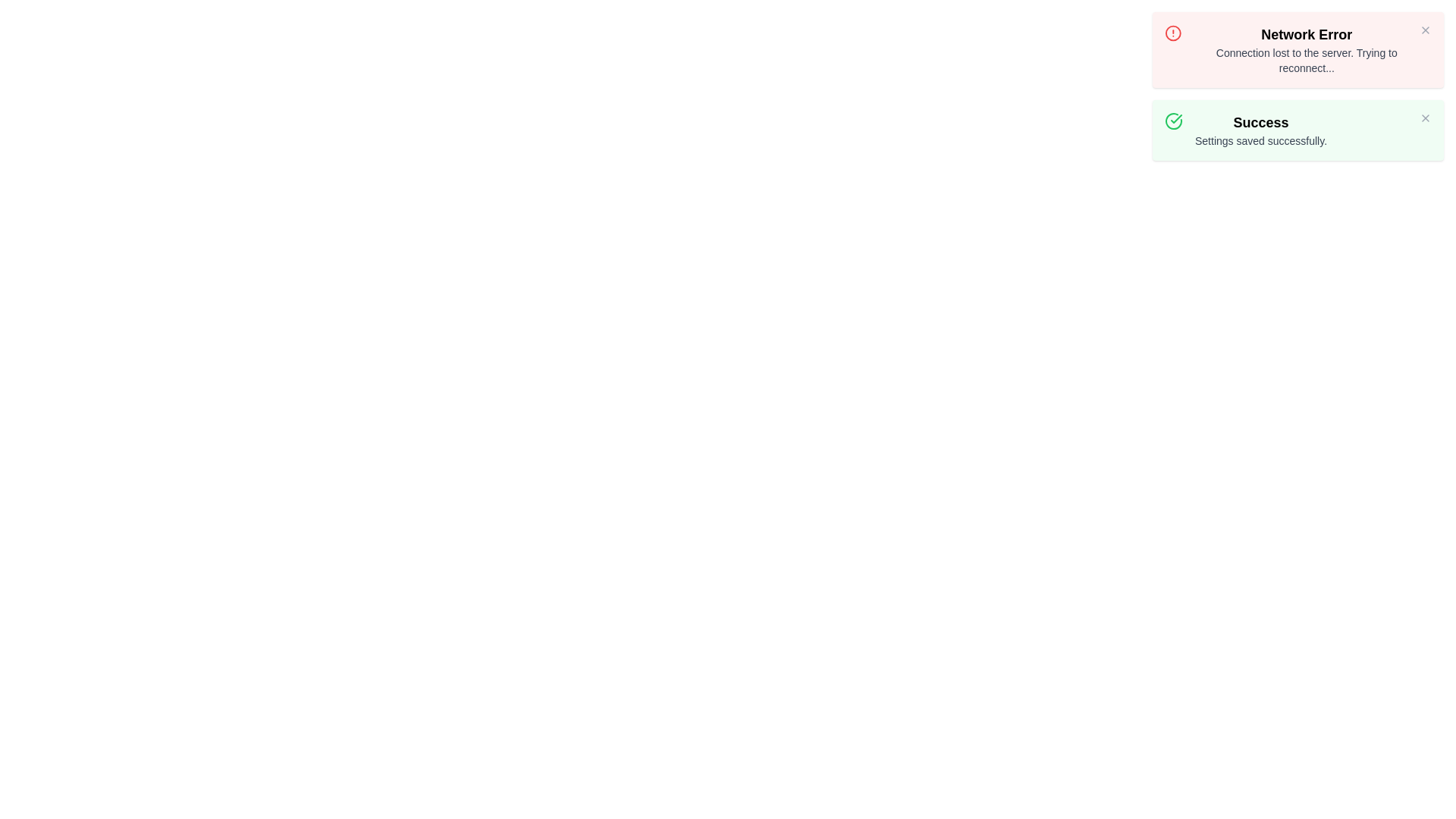  What do you see at coordinates (1261, 130) in the screenshot?
I see `success message displayed in the text display box, which includes the title 'Success' and the description 'Settings saved successfully.'` at bounding box center [1261, 130].